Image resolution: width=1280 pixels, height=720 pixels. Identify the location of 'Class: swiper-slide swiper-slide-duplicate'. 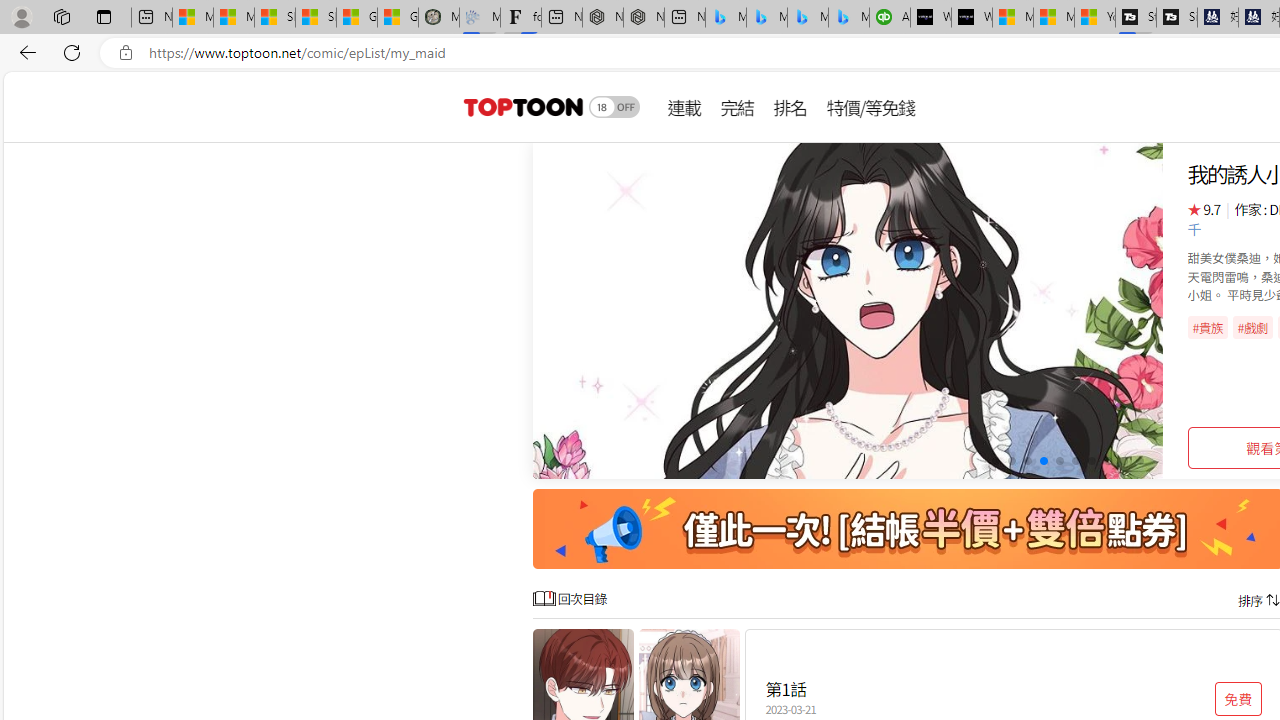
(848, 311).